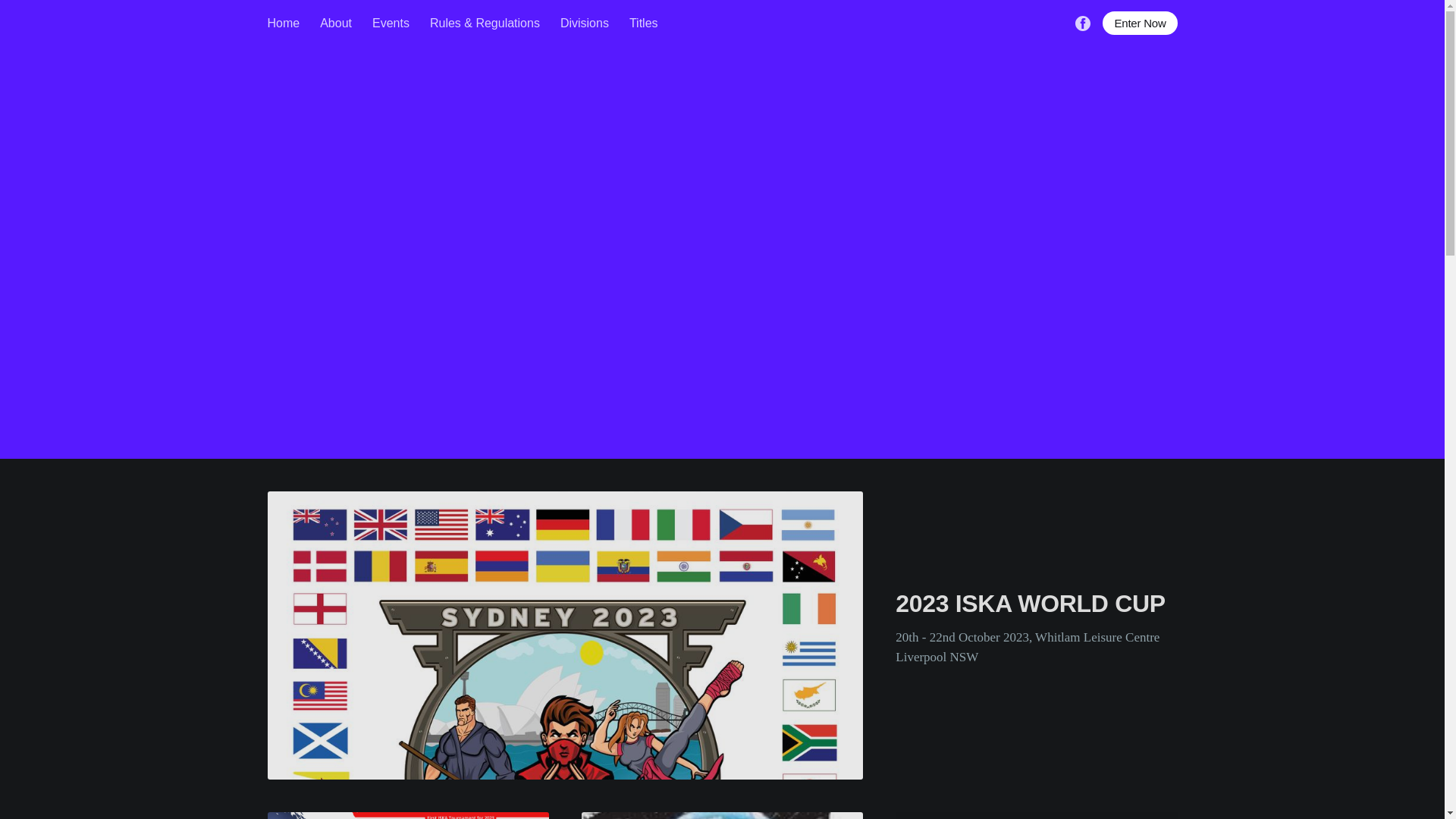  I want to click on 'Titles', so click(644, 23).